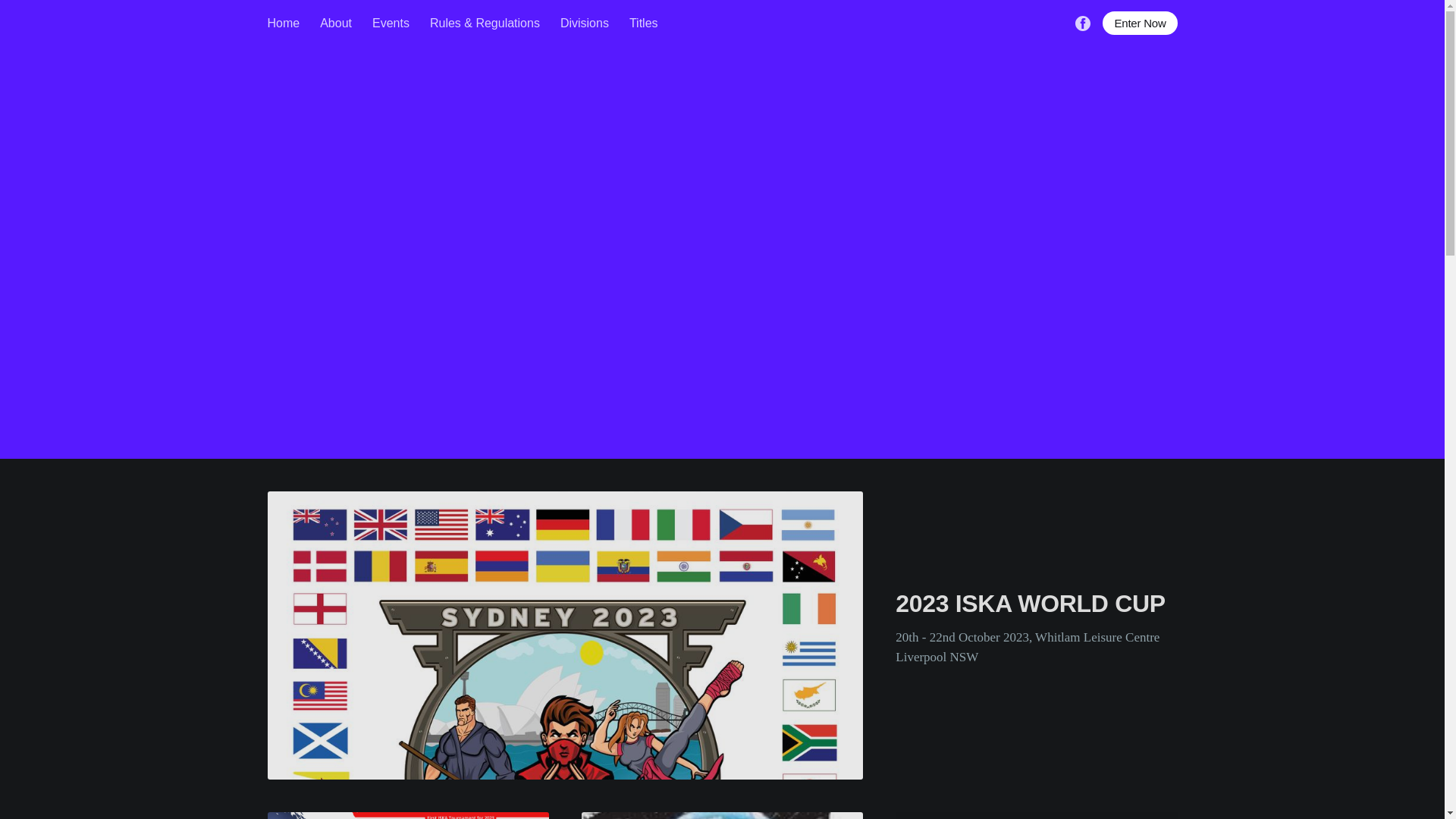  I want to click on 'Titles', so click(644, 23).